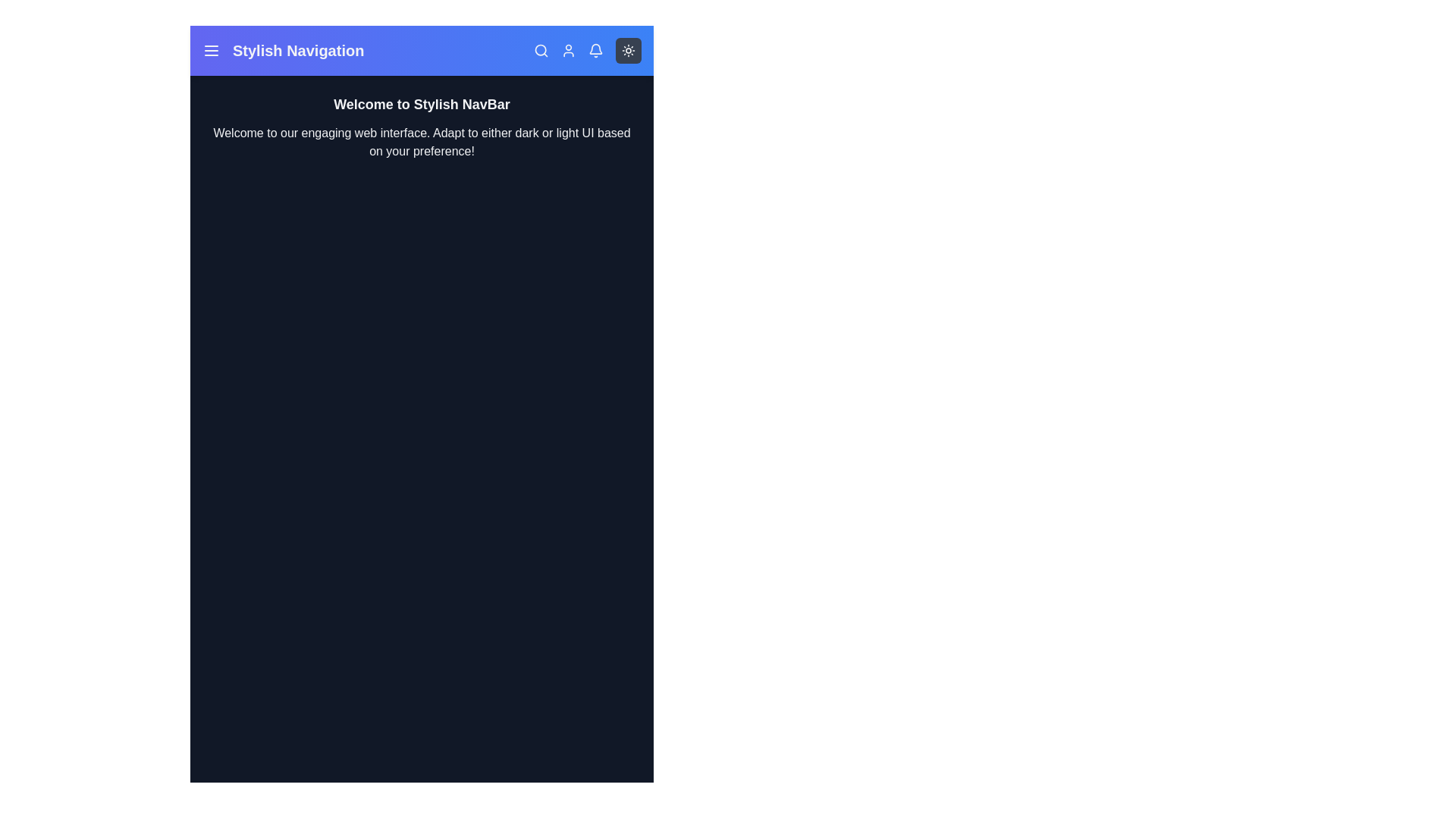  Describe the element at coordinates (595, 49) in the screenshot. I see `the notifications icon in the navigation bar` at that location.